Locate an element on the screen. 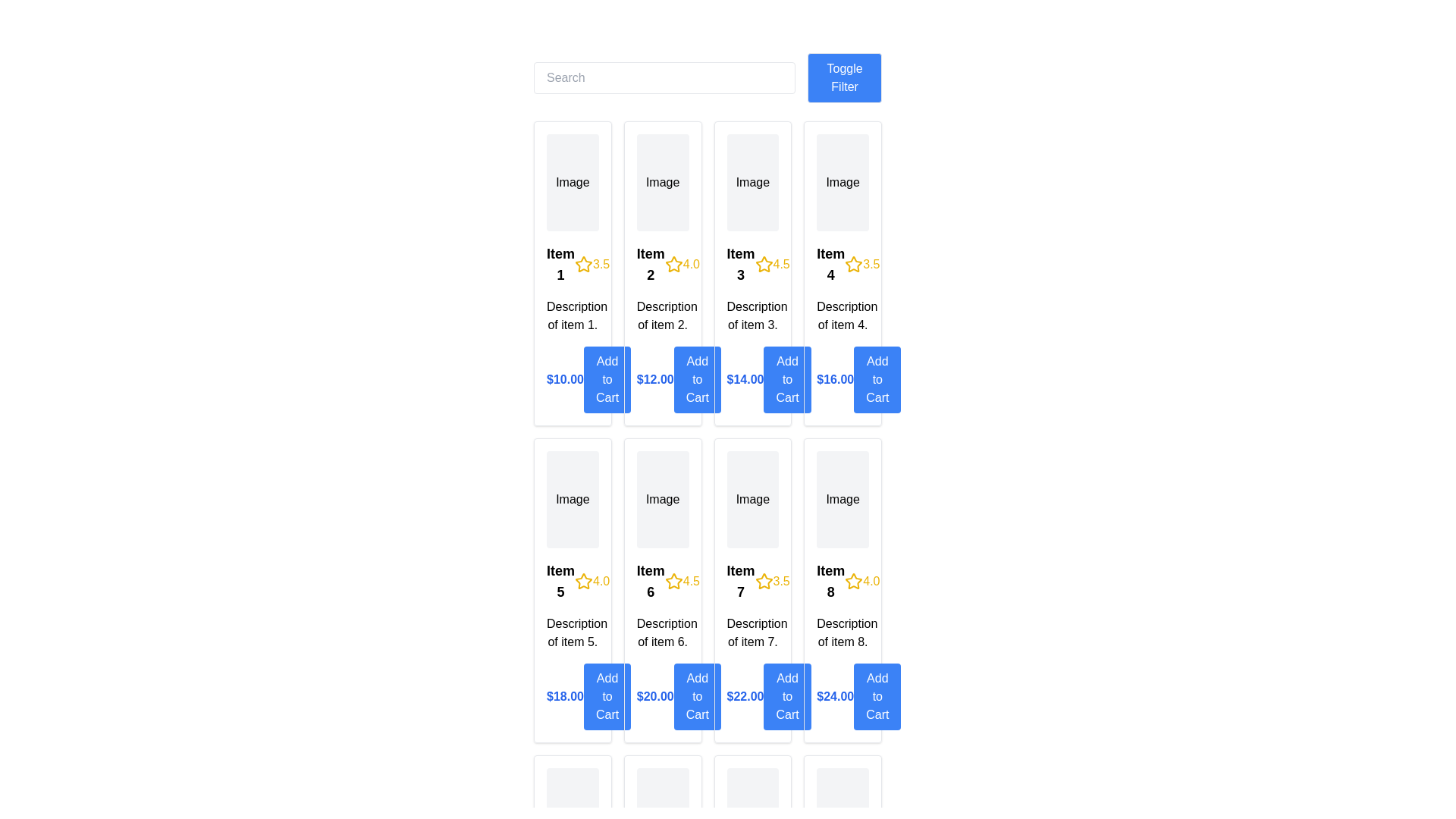 This screenshot has width=1456, height=819. text from the Text and icon grouping element located in the second row of items, which is situated beneath the gray placeholder image and above the description text and pricing details is located at coordinates (663, 581).